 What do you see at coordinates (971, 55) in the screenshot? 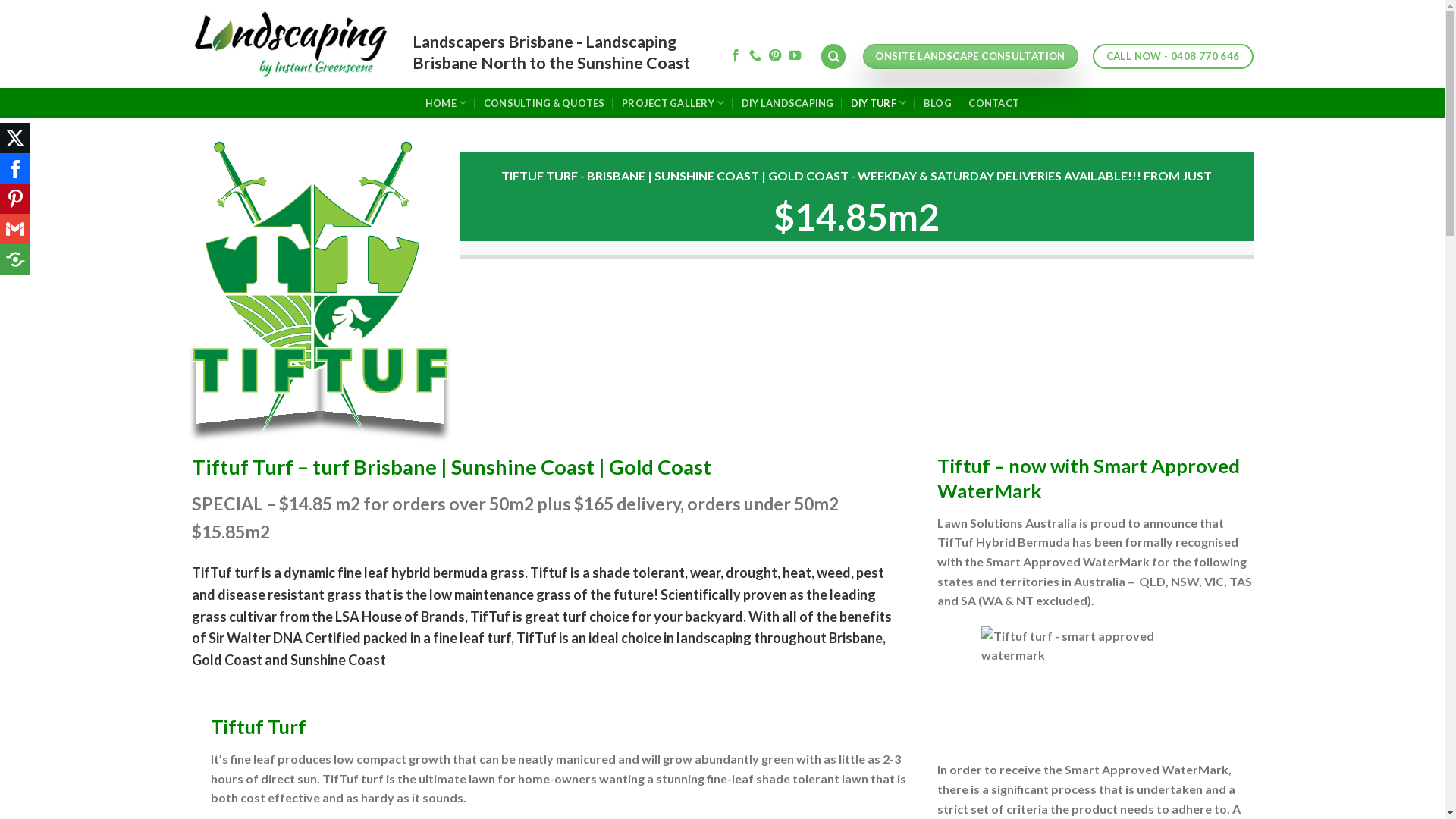
I see `'ONSITE LANDSCAPE CONSULTATION'` at bounding box center [971, 55].